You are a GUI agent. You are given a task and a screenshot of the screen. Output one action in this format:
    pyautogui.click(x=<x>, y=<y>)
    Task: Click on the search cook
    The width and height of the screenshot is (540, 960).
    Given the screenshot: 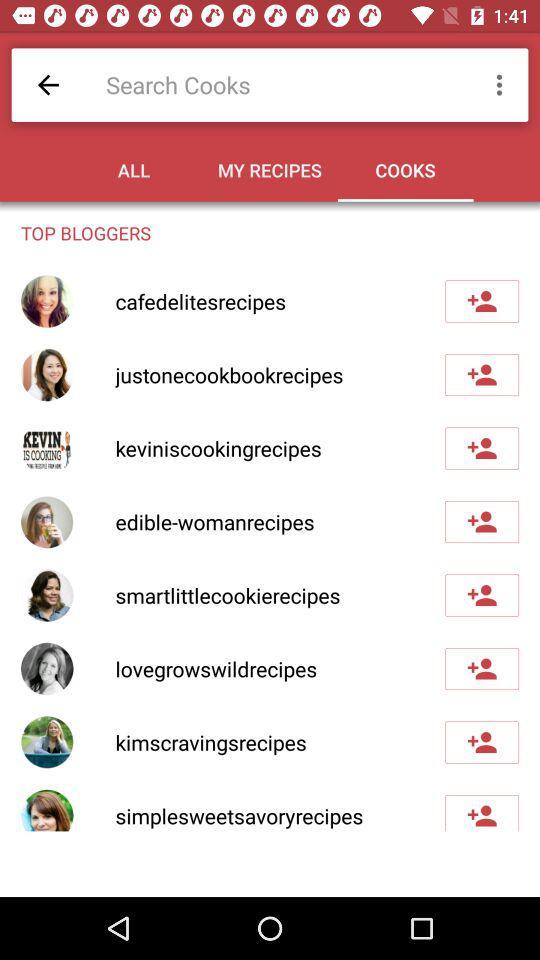 What is the action you would take?
    pyautogui.click(x=279, y=84)
    